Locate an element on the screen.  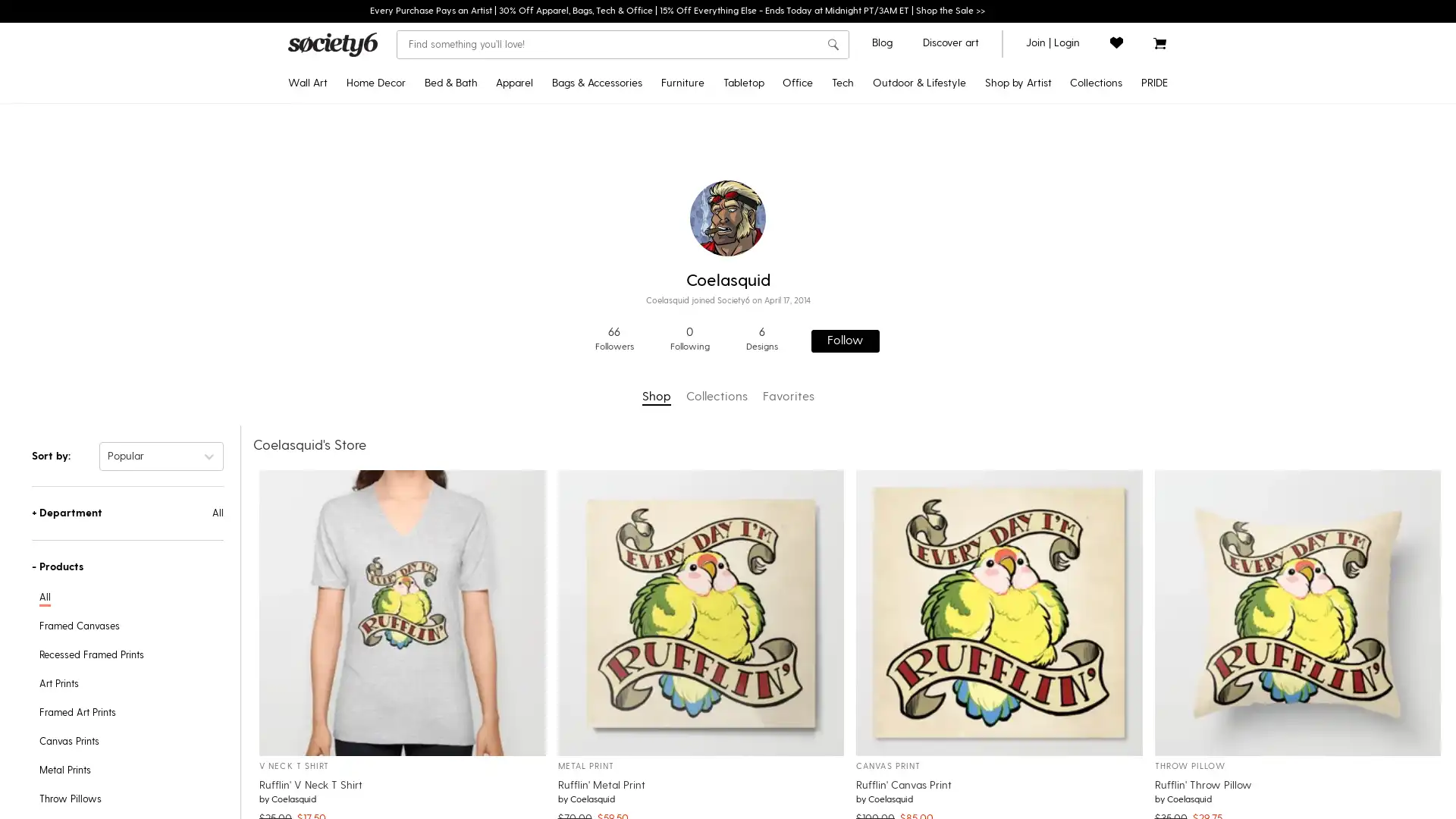
Duvet Covers is located at coordinates (483, 146).